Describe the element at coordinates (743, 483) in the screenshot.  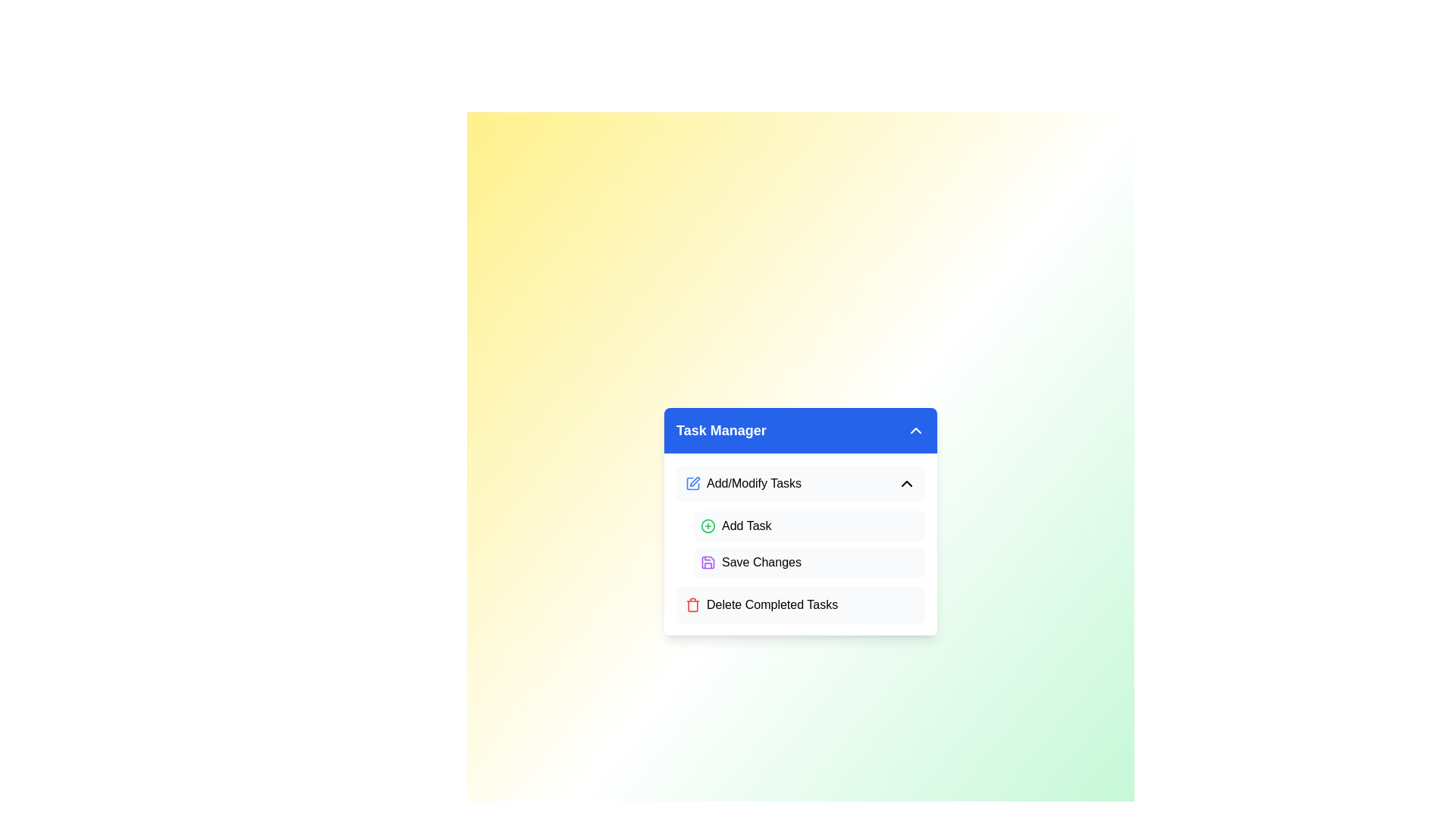
I see `the 'Add/Modify Tasks' label with a pencil icon located under the 'Task Manager' section` at that location.